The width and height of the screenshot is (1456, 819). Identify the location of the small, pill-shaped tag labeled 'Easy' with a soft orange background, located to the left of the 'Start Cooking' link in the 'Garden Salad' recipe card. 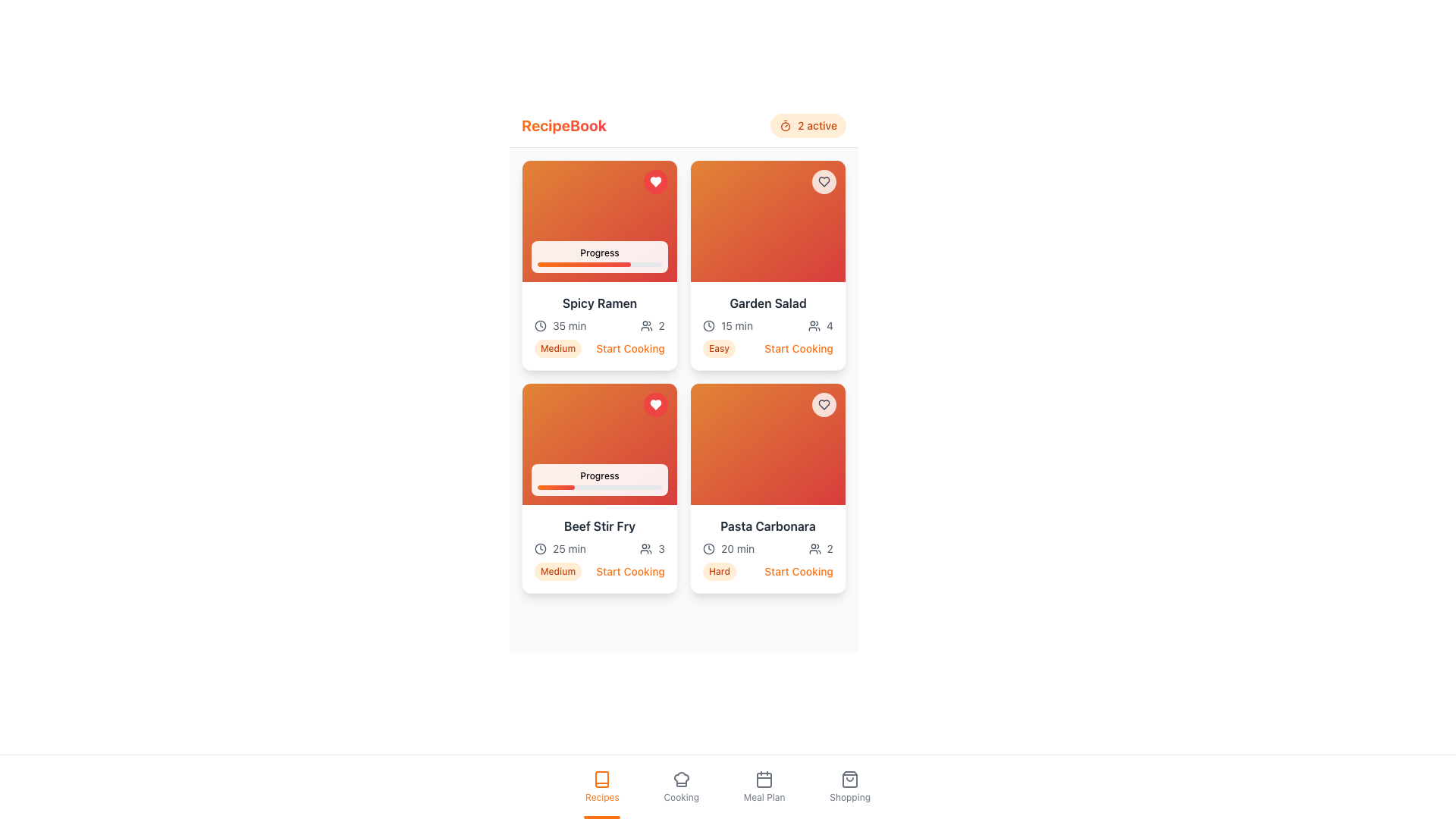
(718, 348).